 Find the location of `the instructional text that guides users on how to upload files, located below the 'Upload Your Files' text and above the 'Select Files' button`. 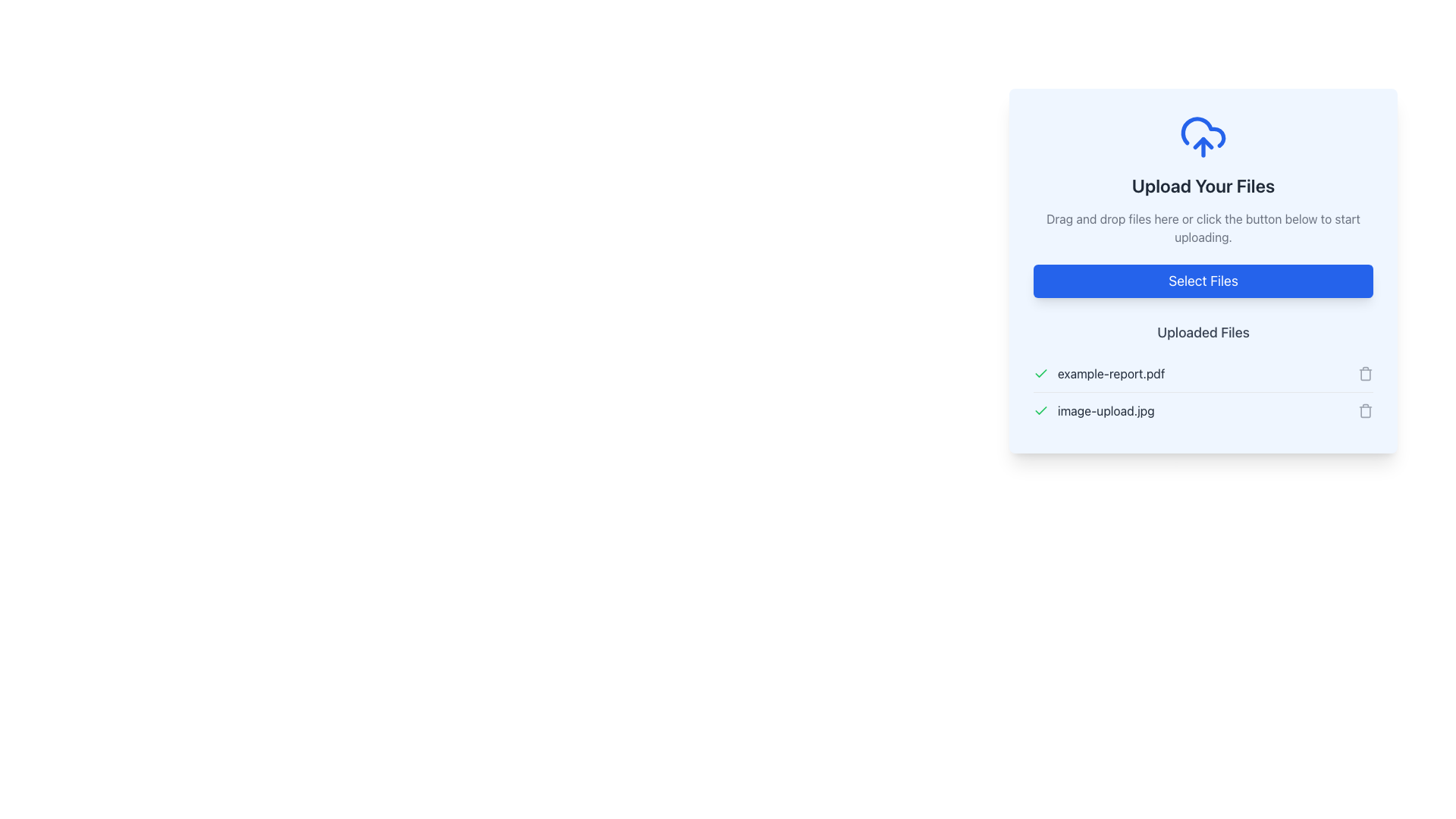

the instructional text that guides users on how to upload files, located below the 'Upload Your Files' text and above the 'Select Files' button is located at coordinates (1203, 227).